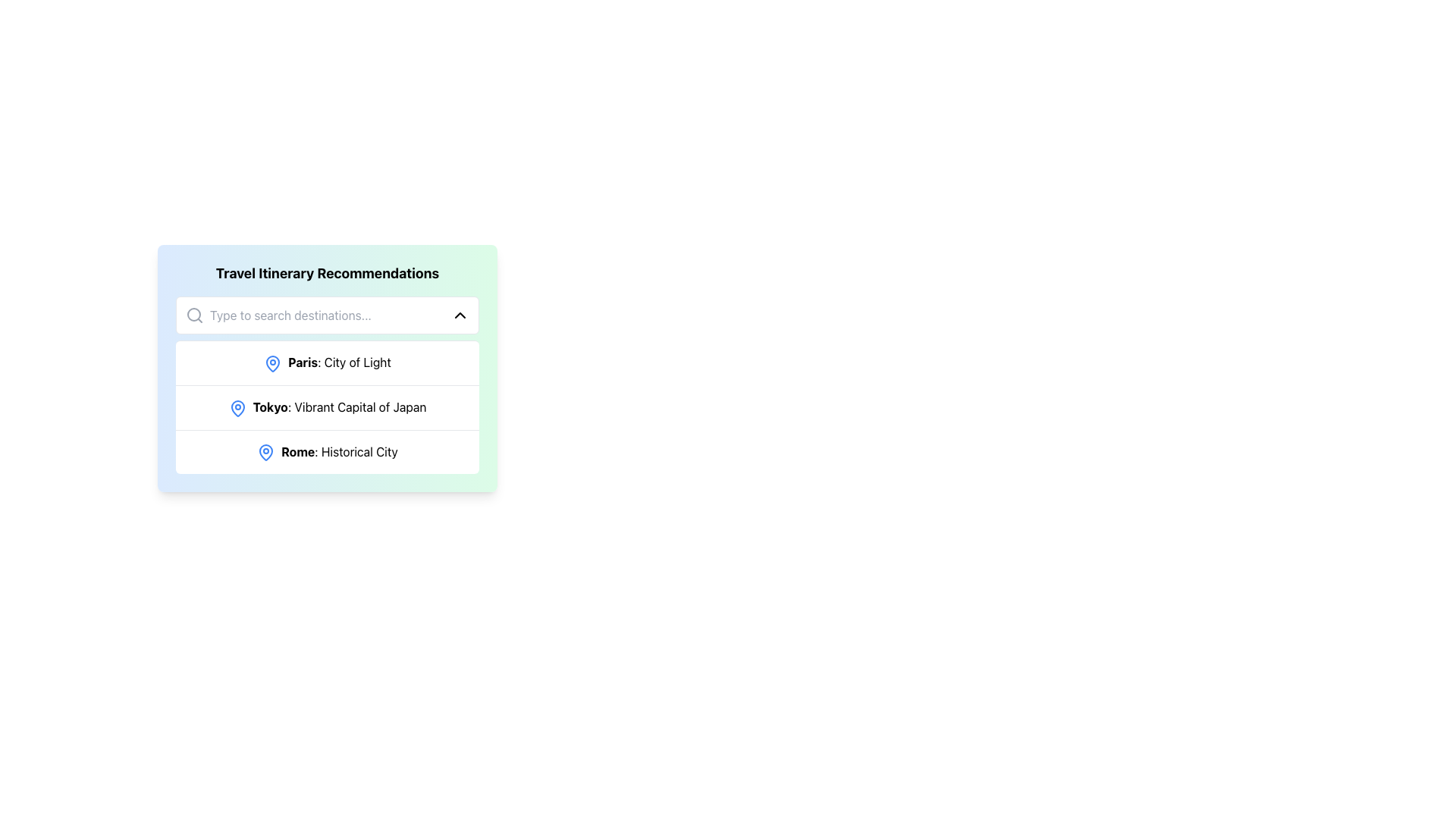 This screenshot has height=819, width=1456. What do you see at coordinates (266, 452) in the screenshot?
I see `the blue map pin icon located to the left of the text 'Rome: Historical City' in the third row of the travel recommendations list` at bounding box center [266, 452].